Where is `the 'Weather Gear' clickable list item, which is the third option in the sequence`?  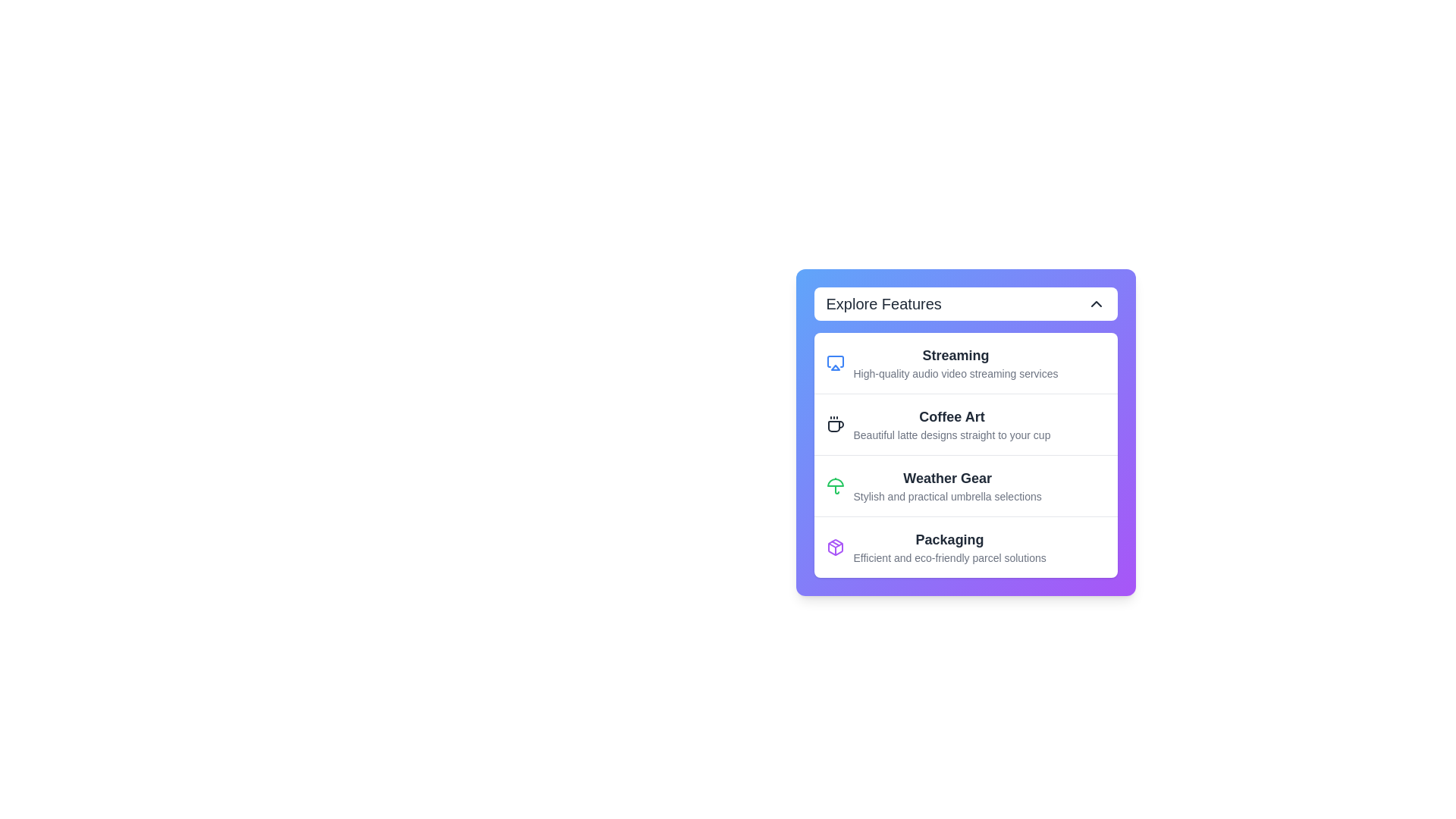
the 'Weather Gear' clickable list item, which is the third option in the sequence is located at coordinates (965, 485).